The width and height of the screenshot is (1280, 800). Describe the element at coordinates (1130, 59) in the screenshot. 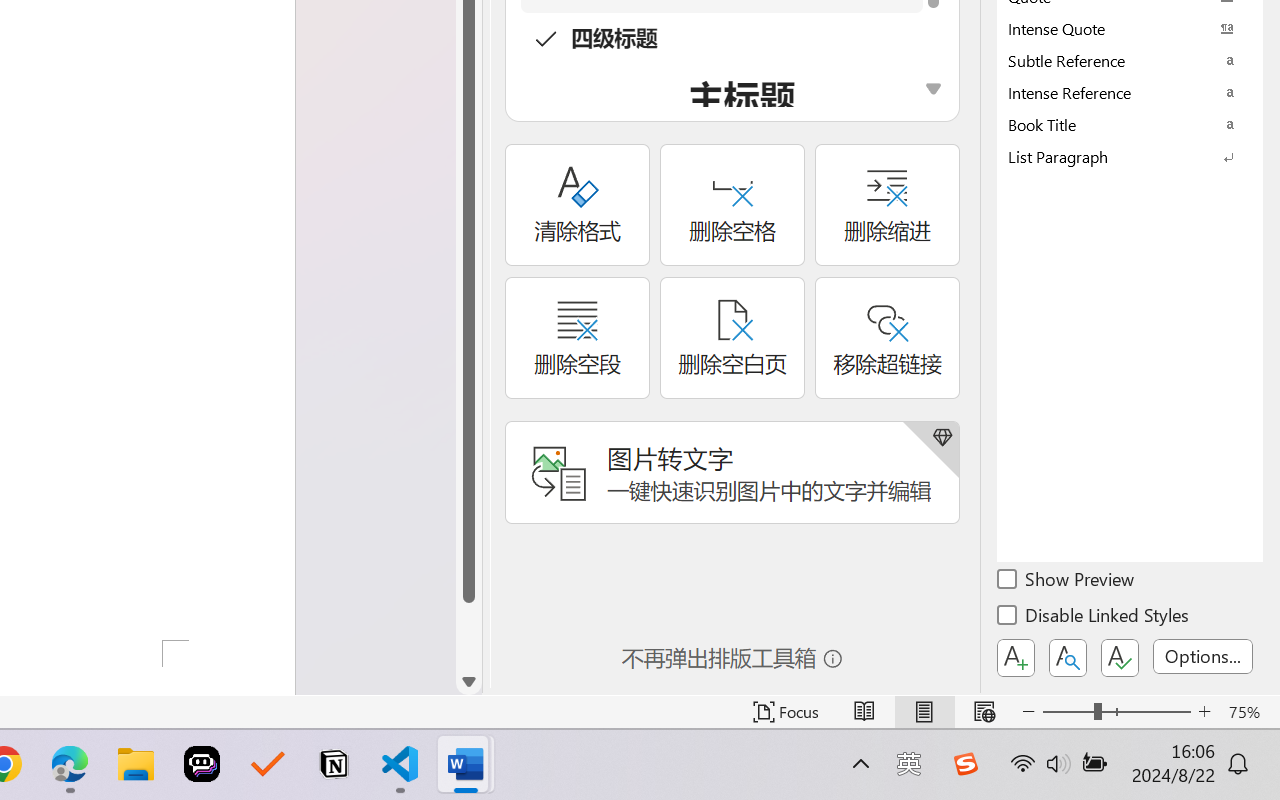

I see `'Subtle Reference'` at that location.